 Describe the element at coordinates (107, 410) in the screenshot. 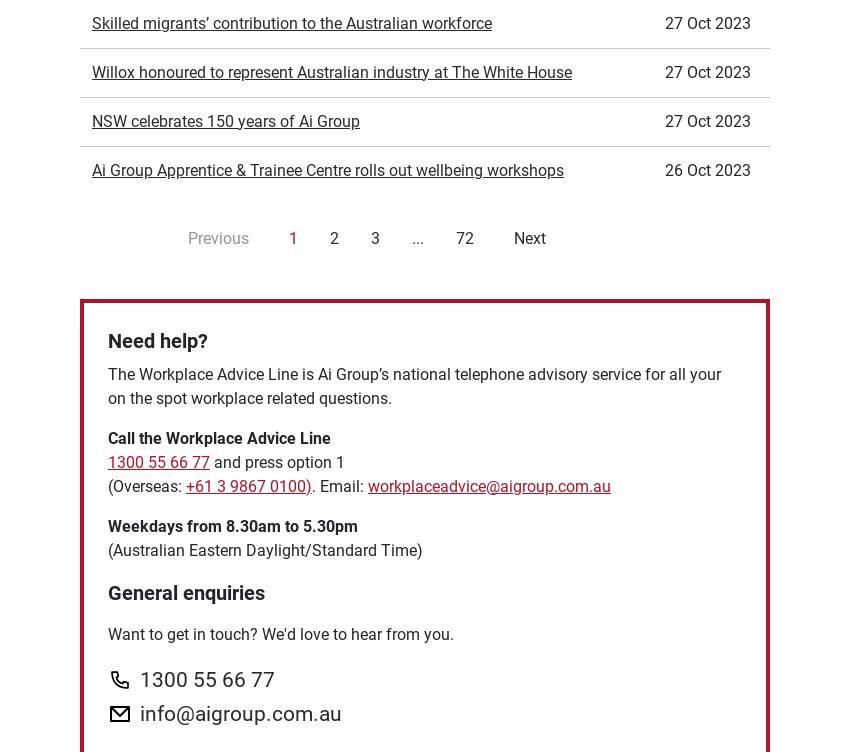

I see `'Want to get in touch? We'd love to hear from you.'` at that location.